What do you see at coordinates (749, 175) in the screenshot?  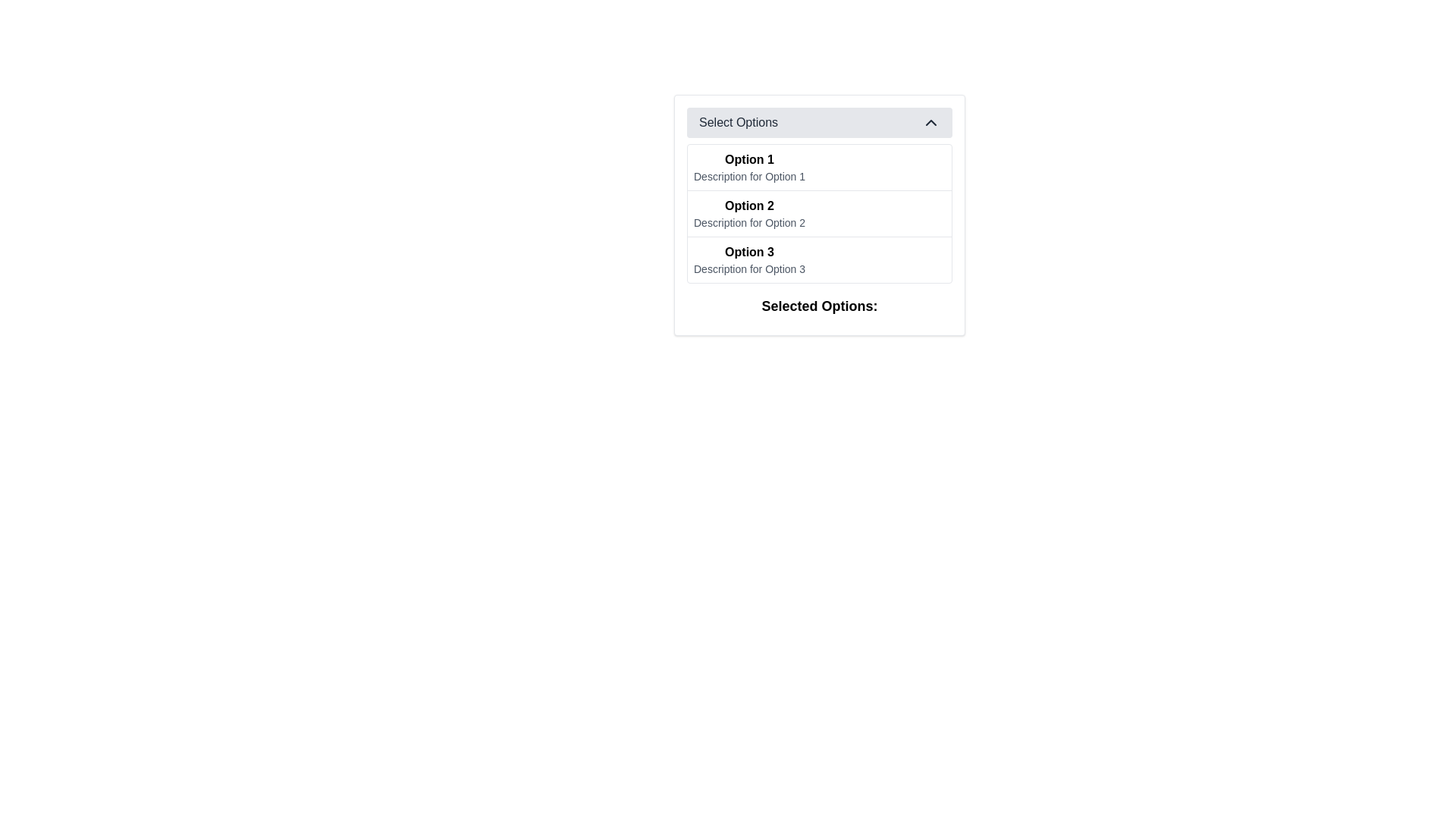 I see `the static text label that provides additional information for 'Option 1' in the dropdown list titled 'Select Options'` at bounding box center [749, 175].